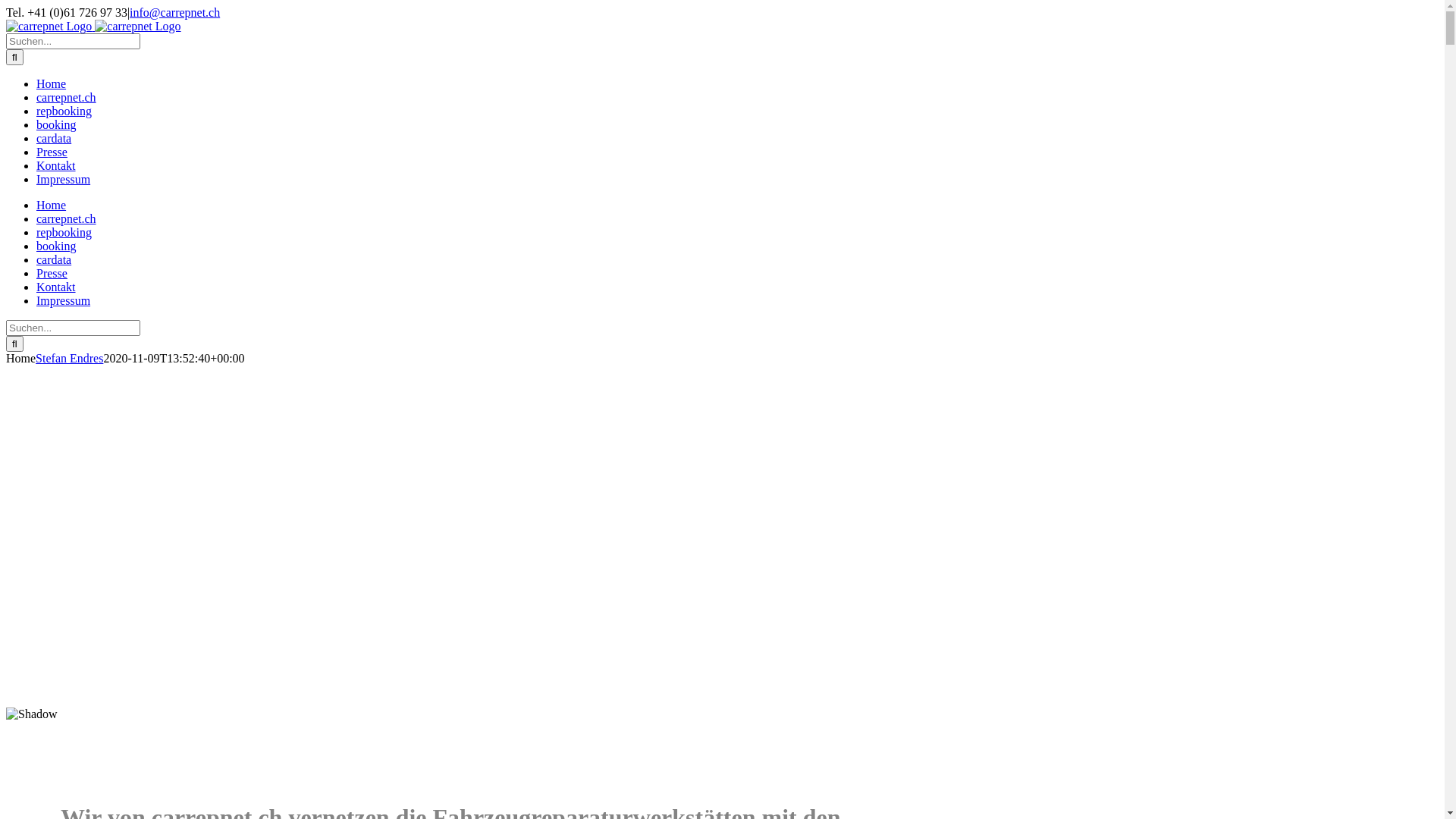 The image size is (1456, 819). I want to click on 'carrepnet.ch', so click(65, 97).